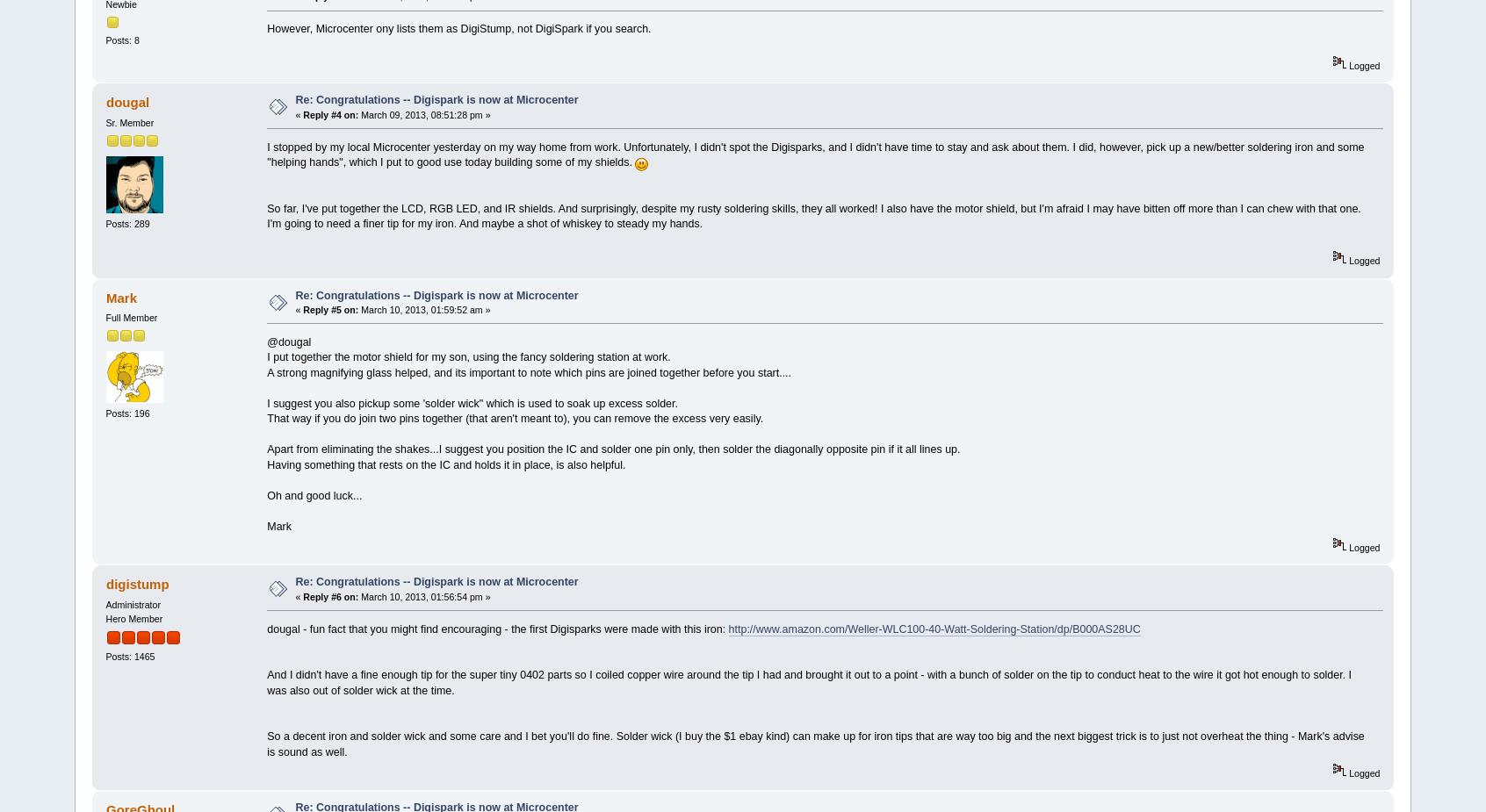 The width and height of the screenshot is (1486, 812). Describe the element at coordinates (934, 629) in the screenshot. I see `'http://www.amazon.com/Weller-WLC100-40-Watt-Soldering-Station/dp/B000AS28UC'` at that location.